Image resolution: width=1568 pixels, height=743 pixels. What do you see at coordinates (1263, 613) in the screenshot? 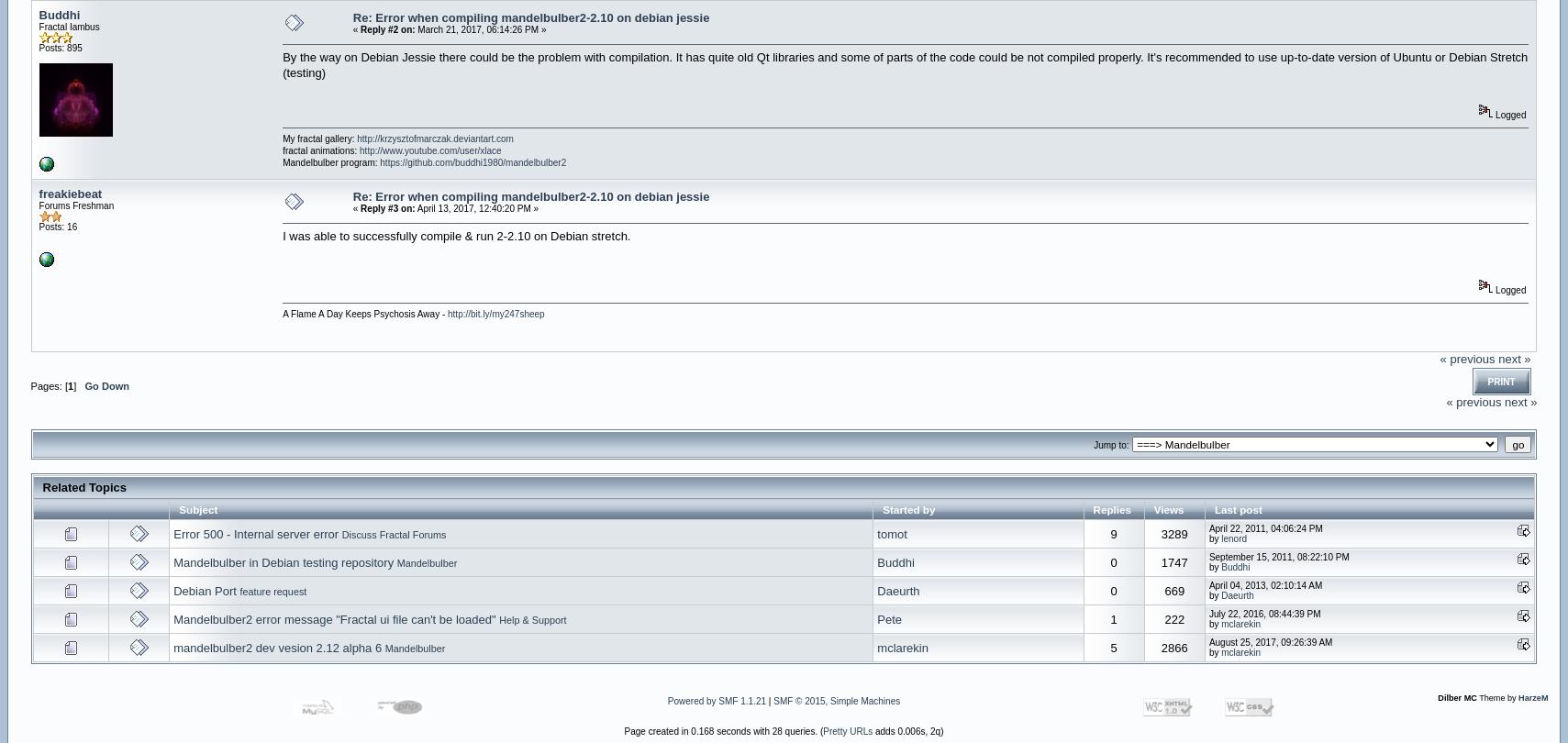
I see `'July 22, 2016, 08:44:39 PM'` at bounding box center [1263, 613].